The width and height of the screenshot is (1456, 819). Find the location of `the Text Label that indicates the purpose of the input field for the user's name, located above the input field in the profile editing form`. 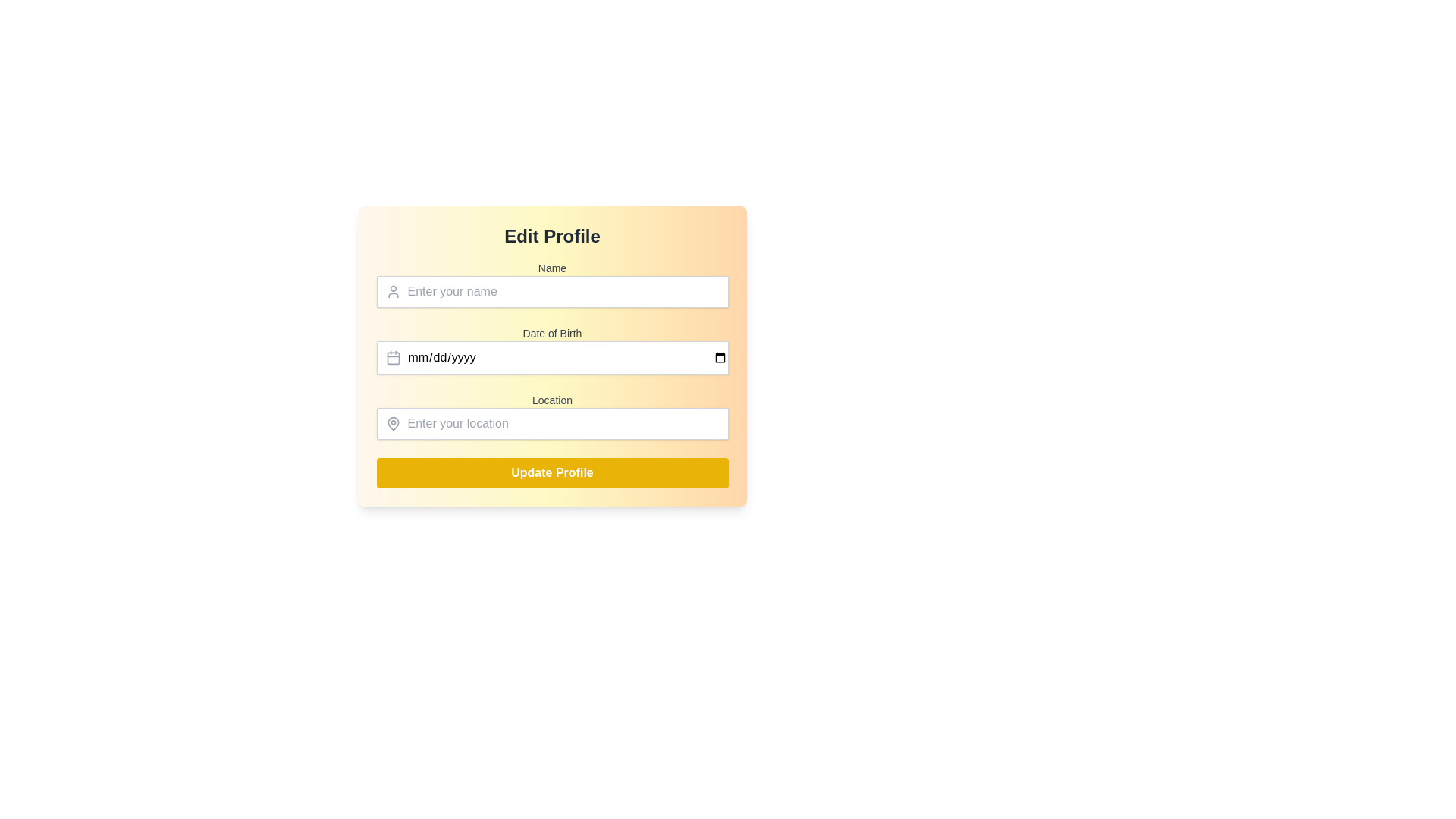

the Text Label that indicates the purpose of the input field for the user's name, located above the input field in the profile editing form is located at coordinates (551, 268).